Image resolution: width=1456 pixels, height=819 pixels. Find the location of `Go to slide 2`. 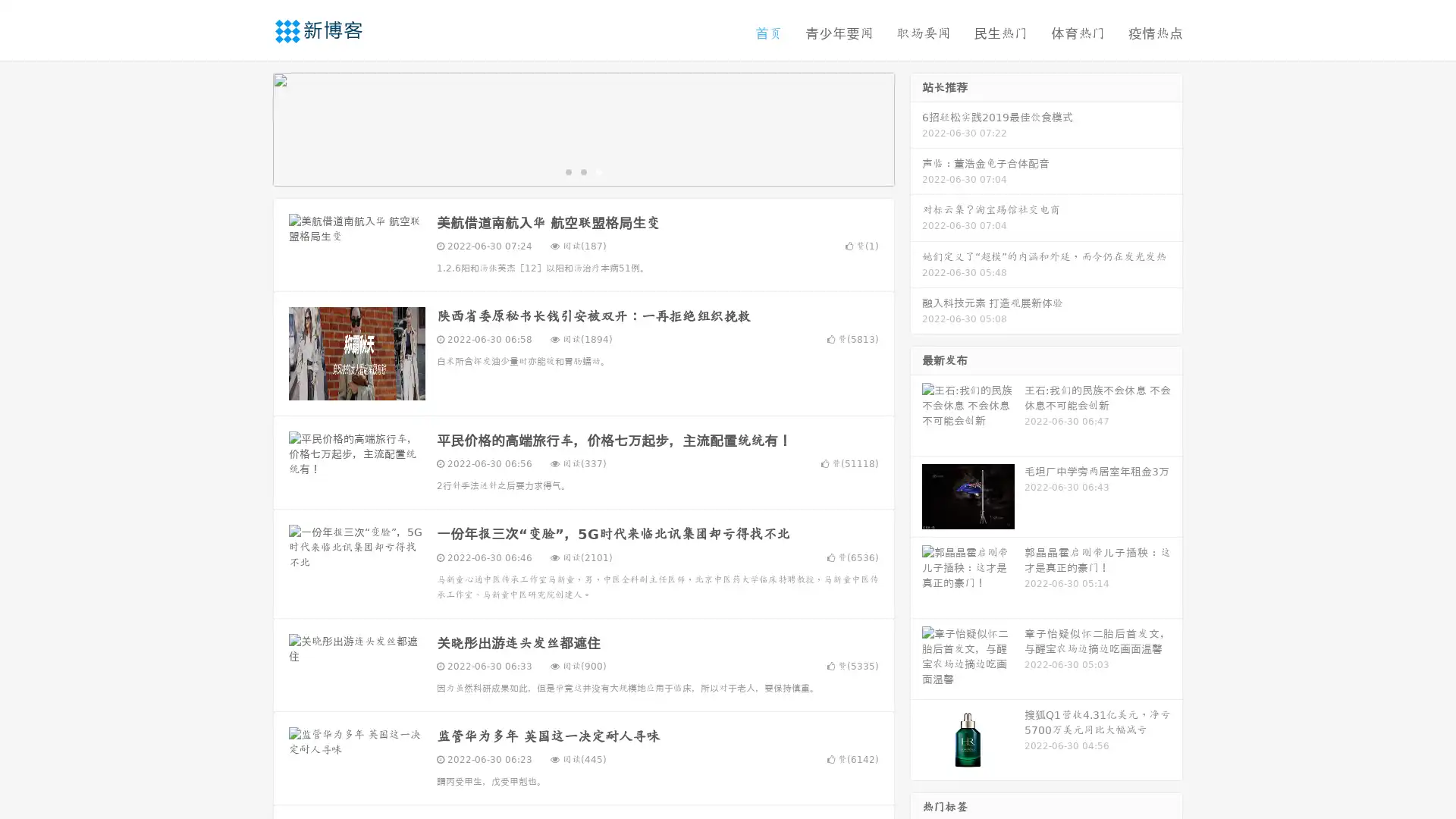

Go to slide 2 is located at coordinates (582, 171).